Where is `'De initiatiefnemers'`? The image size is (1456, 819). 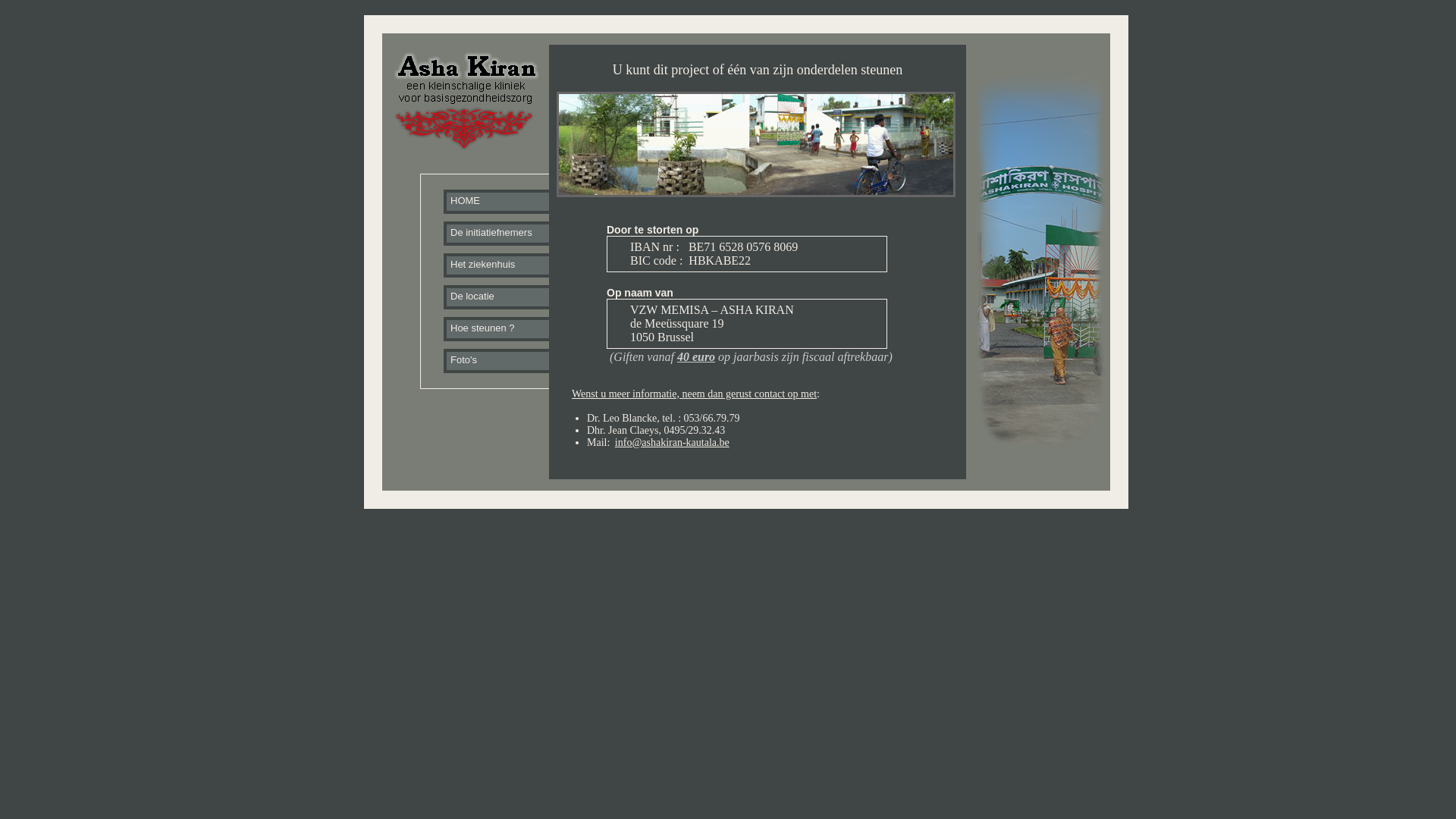
'De initiatiefnemers' is located at coordinates (508, 234).